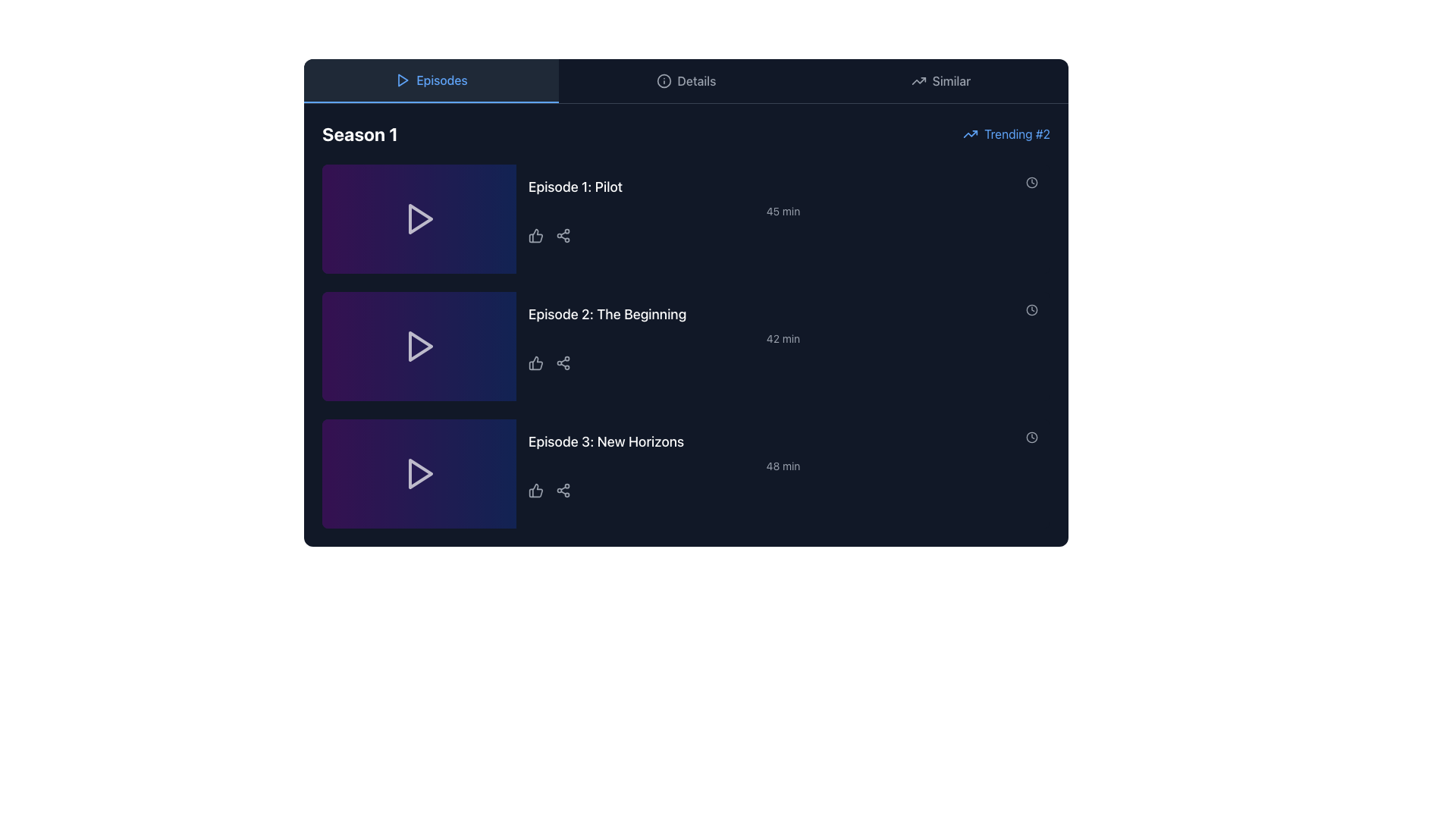 The image size is (1456, 819). Describe the element at coordinates (535, 362) in the screenshot. I see `the thumbs-up icon to like the episode located next to 'Episode 2: The Beginning'` at that location.